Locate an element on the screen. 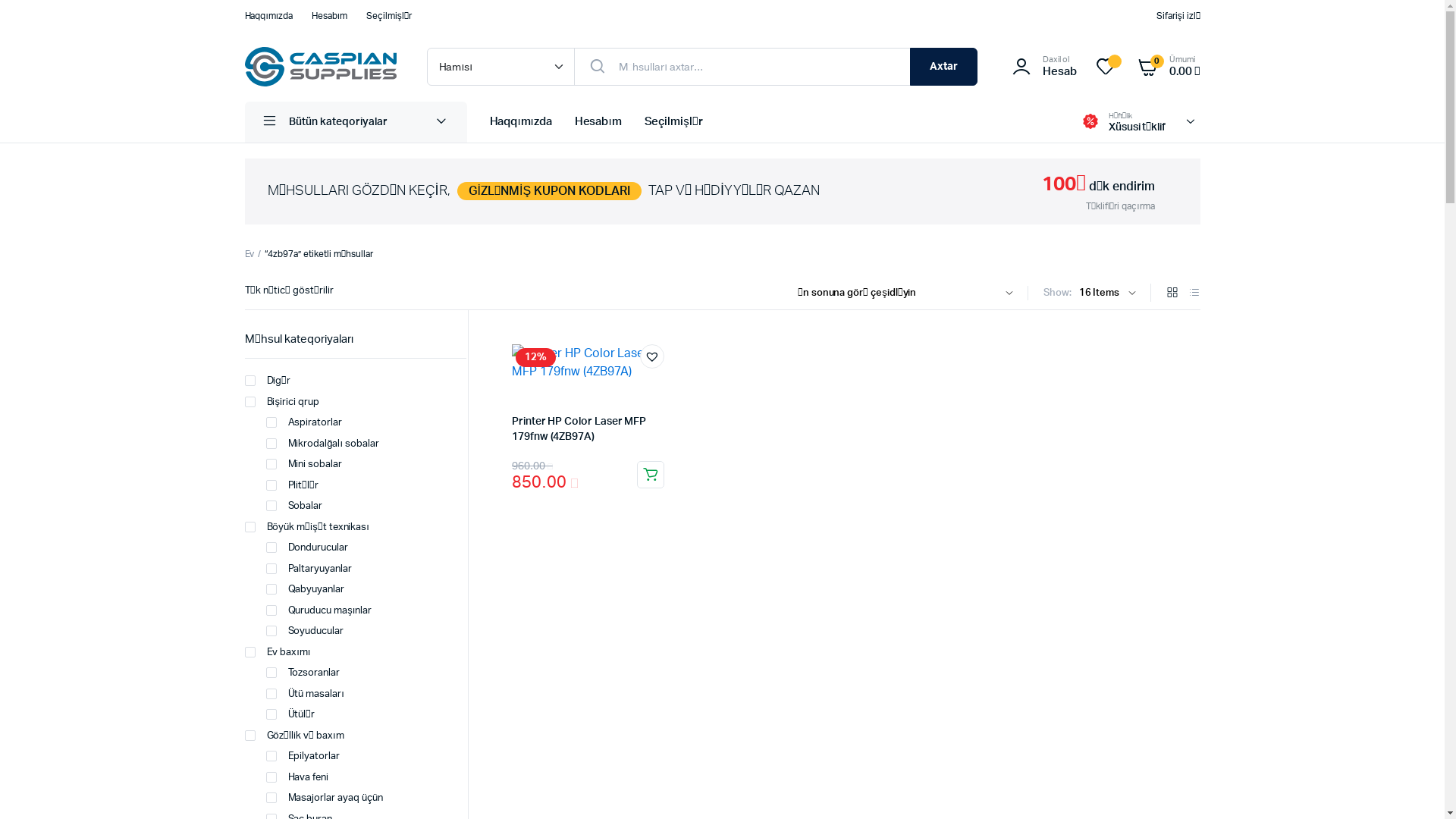  'Dondurucular' is located at coordinates (306, 548).